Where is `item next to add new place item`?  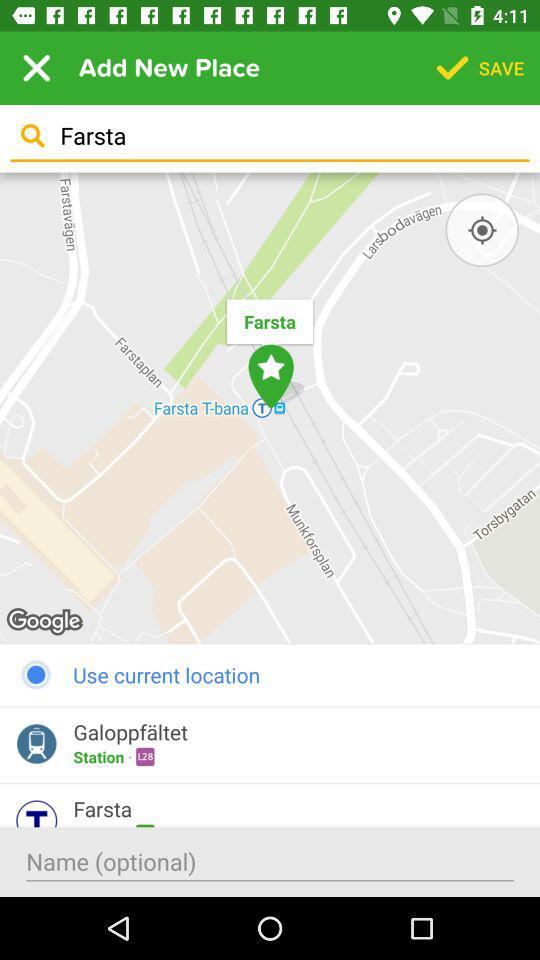
item next to add new place item is located at coordinates (36, 68).